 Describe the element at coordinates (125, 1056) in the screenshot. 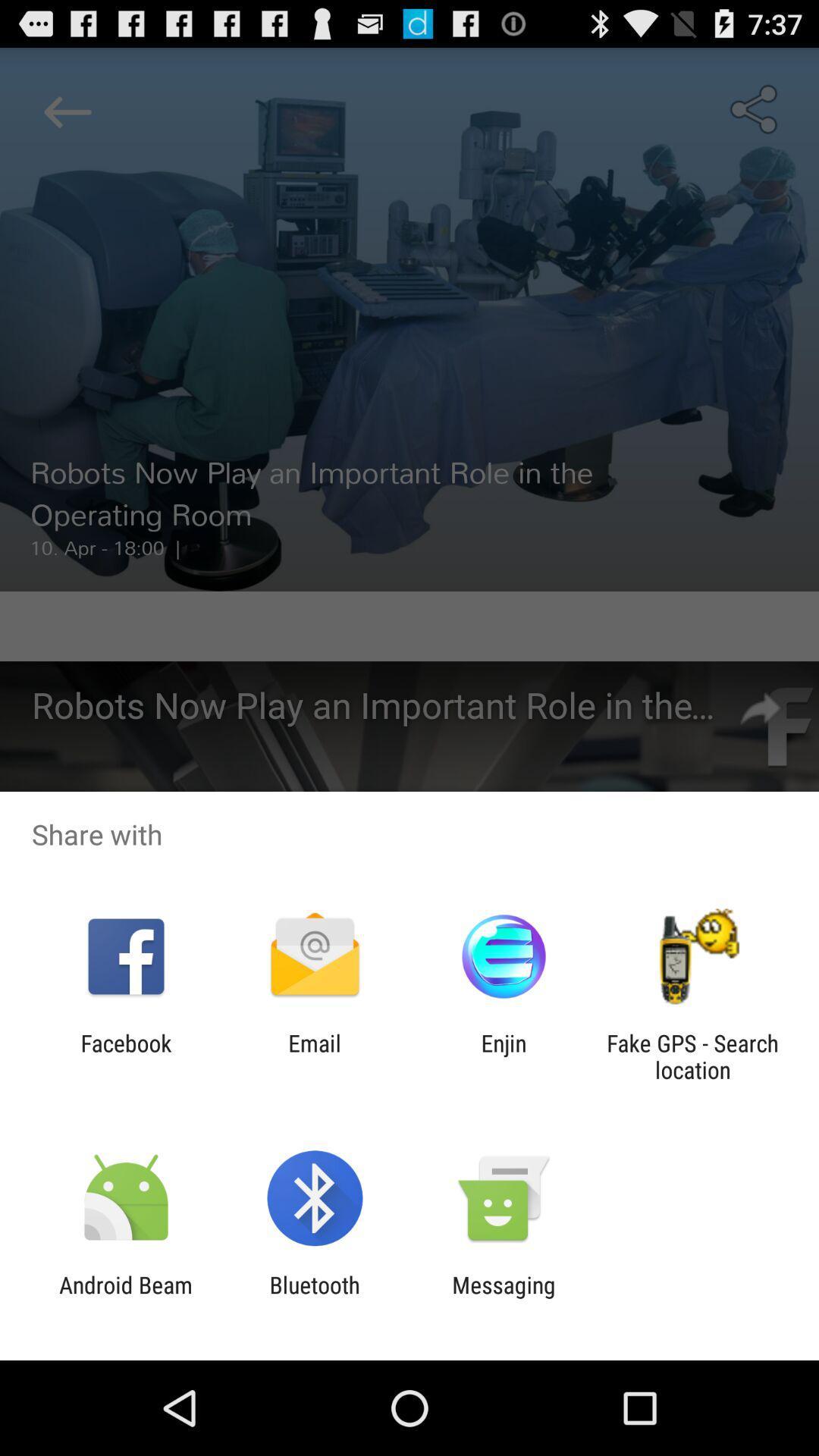

I see `facebook` at that location.